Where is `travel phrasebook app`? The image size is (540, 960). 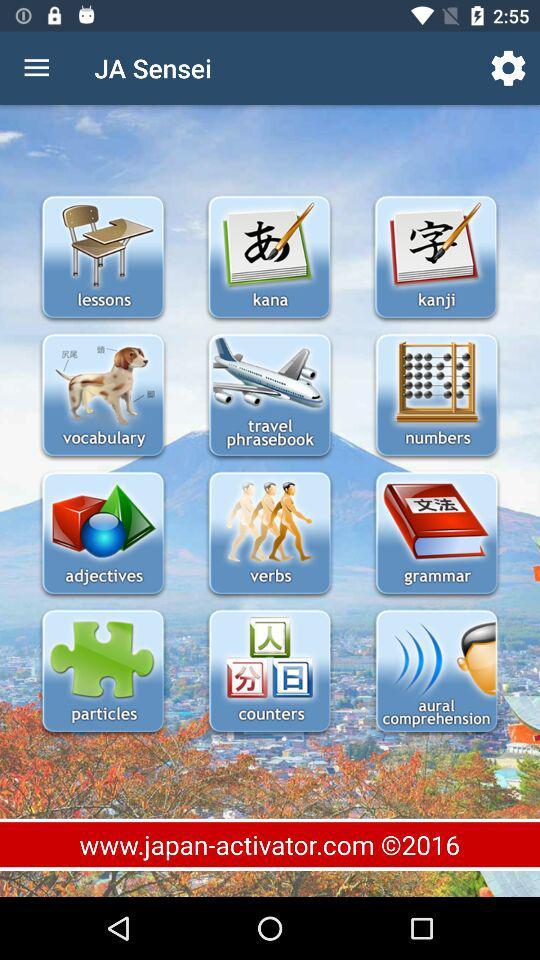
travel phrasebook app is located at coordinates (269, 396).